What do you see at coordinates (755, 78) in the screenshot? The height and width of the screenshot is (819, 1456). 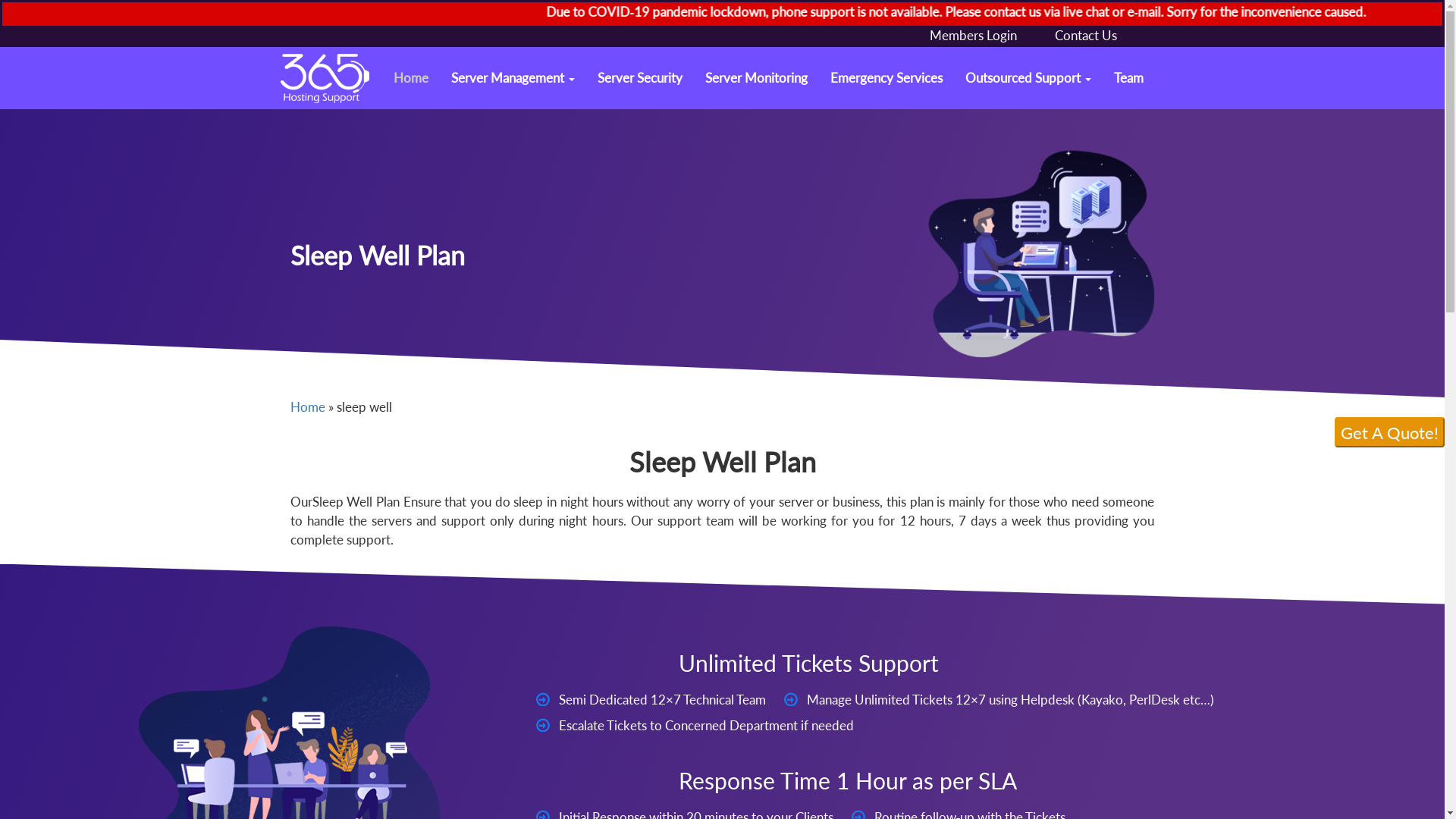 I see `'Server Monitoring'` at bounding box center [755, 78].